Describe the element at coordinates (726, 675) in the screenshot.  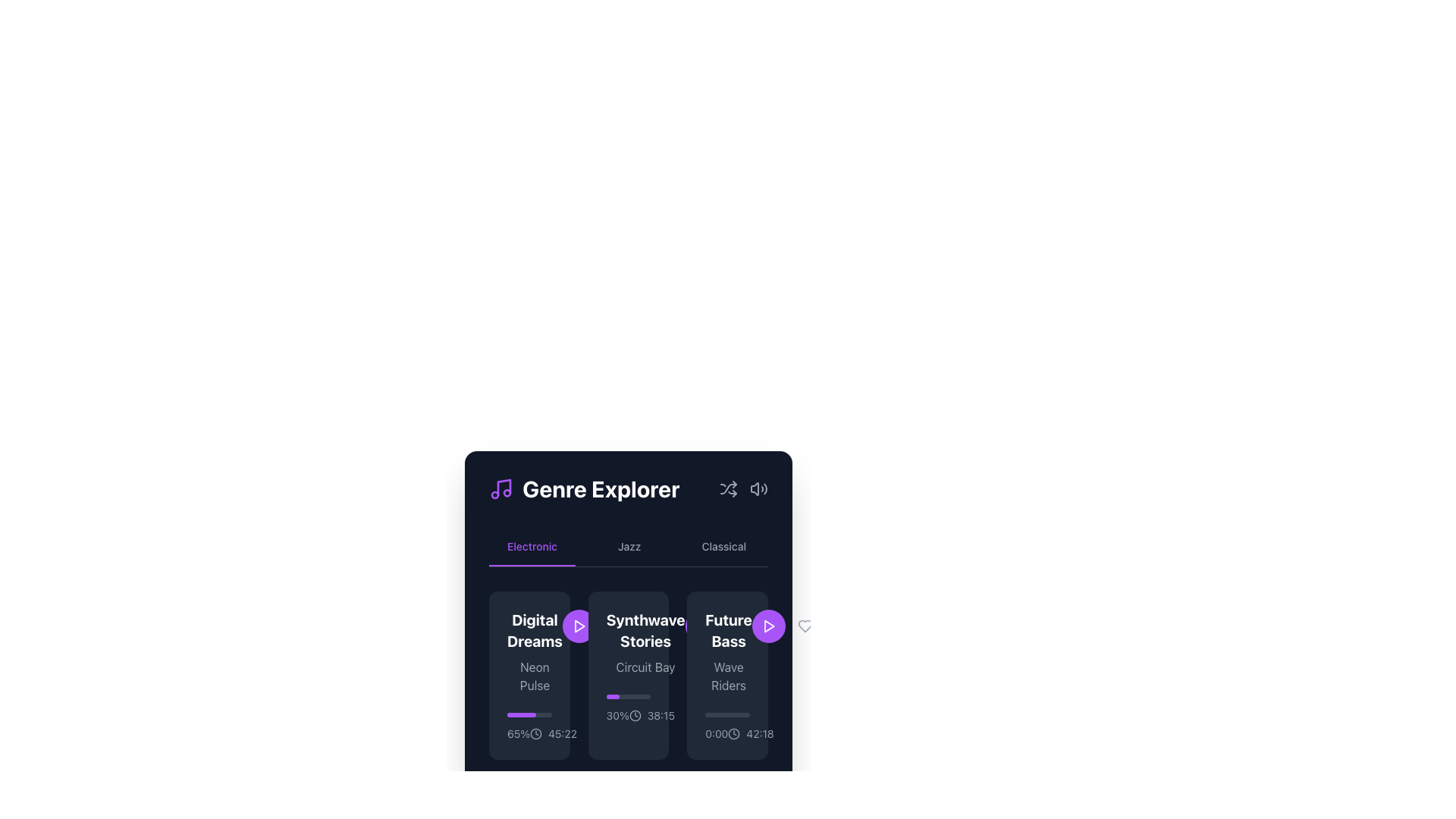
I see `the third card representing a music track in the 'Future Bass' category to activate hover effects` at that location.